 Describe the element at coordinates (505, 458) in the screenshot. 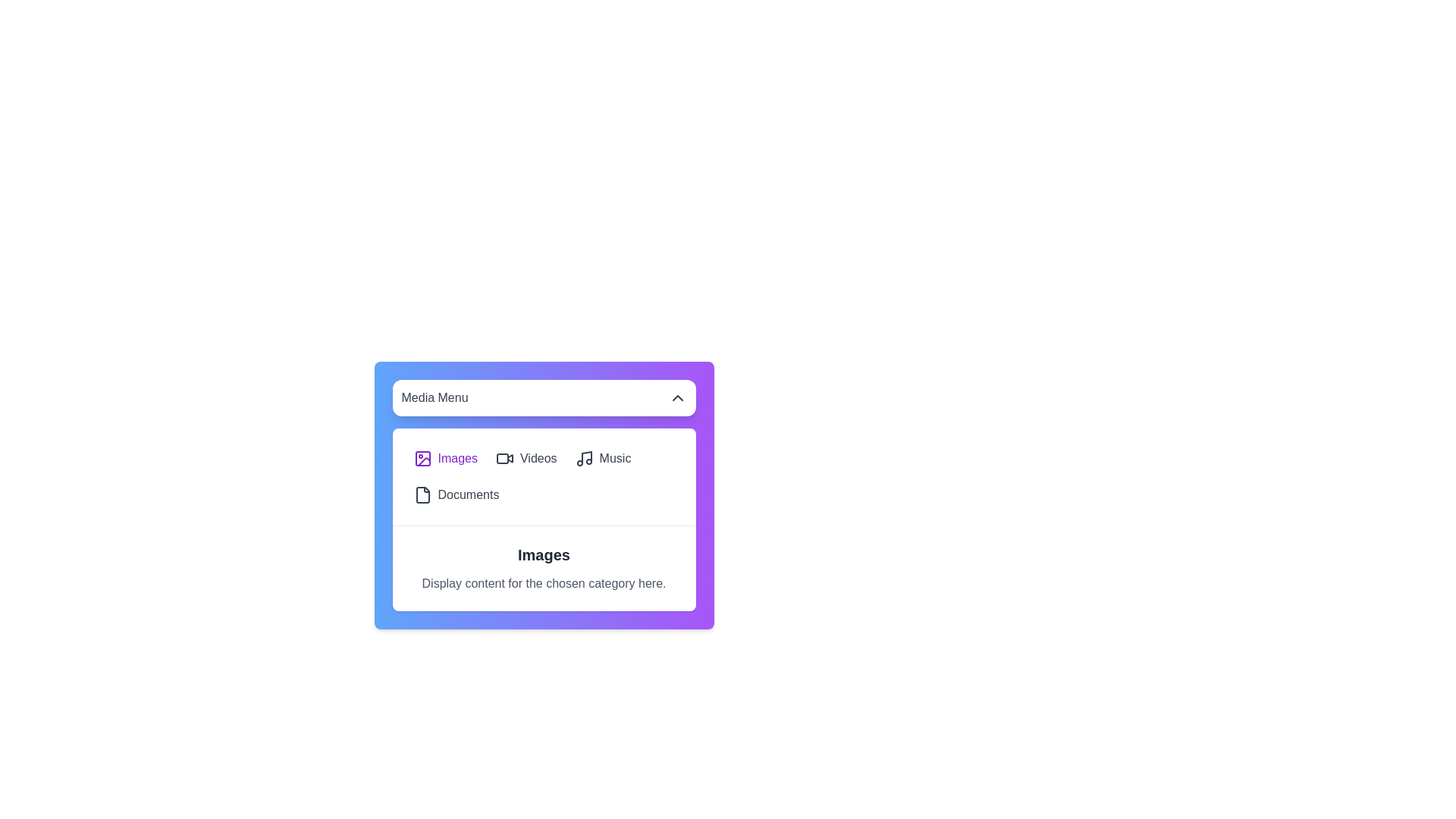

I see `the video camera icon located in the 'Videos' button of the 'Media Menu' interface` at that location.